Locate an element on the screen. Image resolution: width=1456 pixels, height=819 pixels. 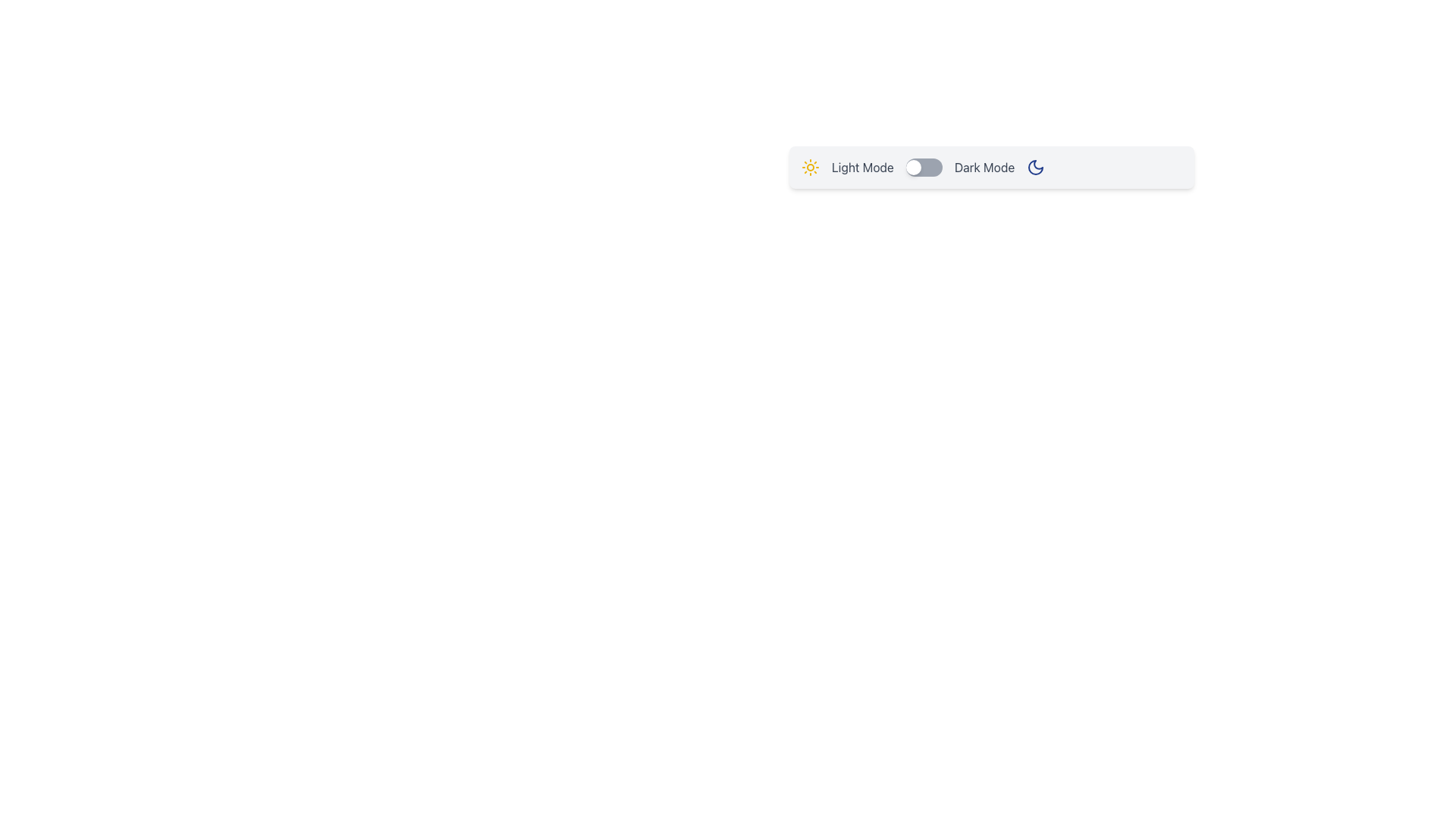
the toggle switch in the themed Toggle group to switch between Light Mode and Dark Mode is located at coordinates (992, 167).